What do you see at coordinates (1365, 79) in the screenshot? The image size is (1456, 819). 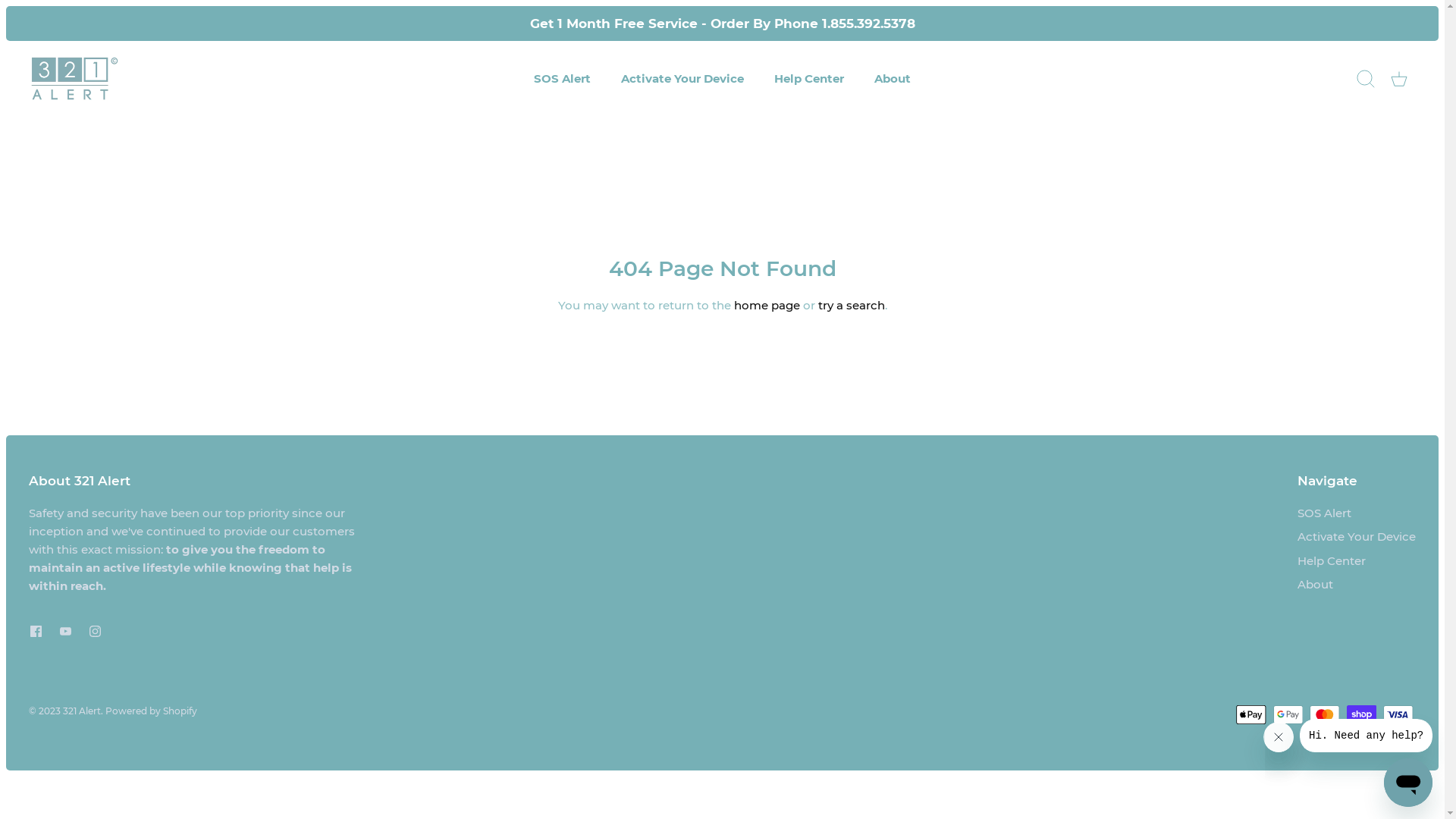 I see `'Search'` at bounding box center [1365, 79].